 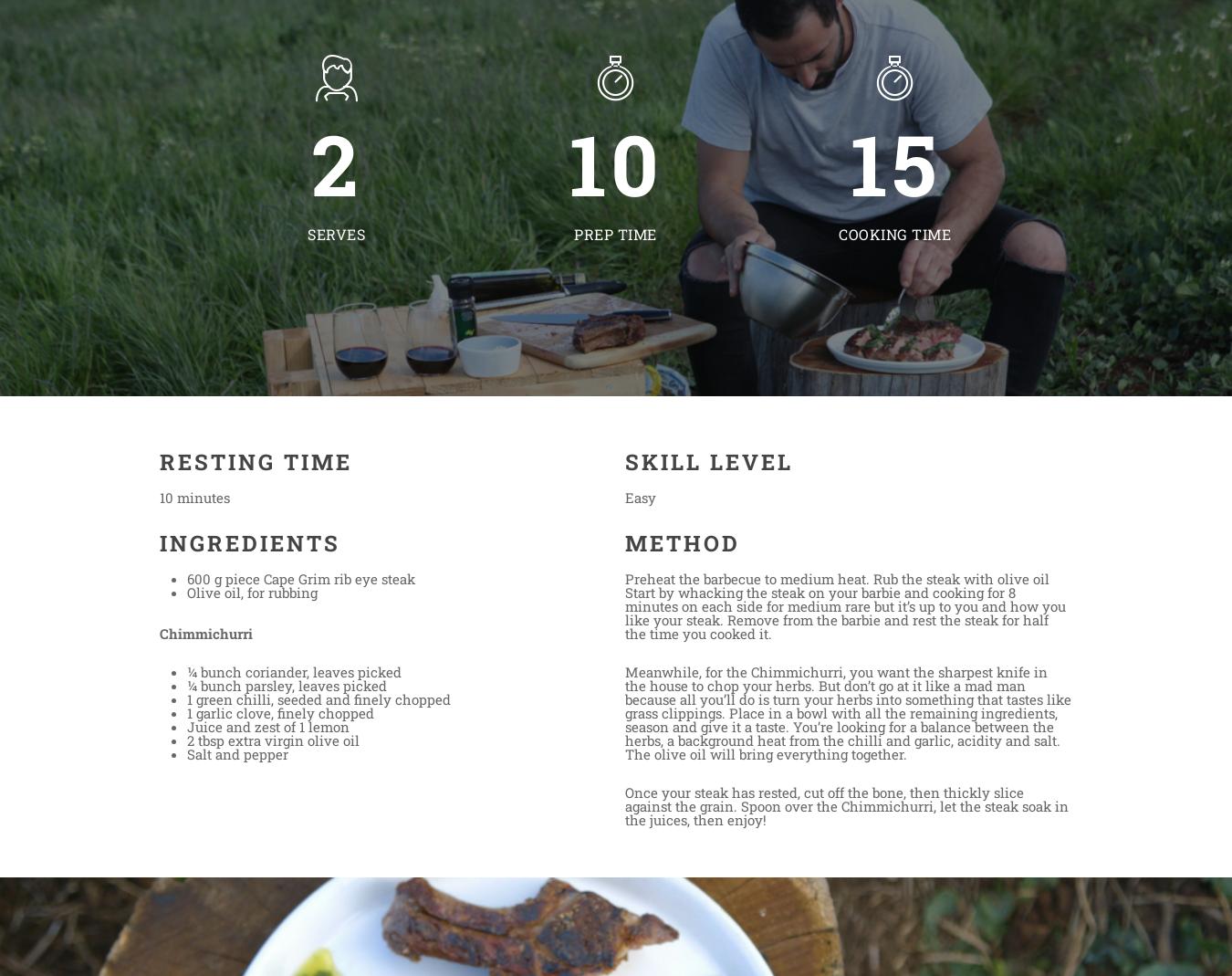 I want to click on 'Salt and pepper', so click(x=236, y=754).